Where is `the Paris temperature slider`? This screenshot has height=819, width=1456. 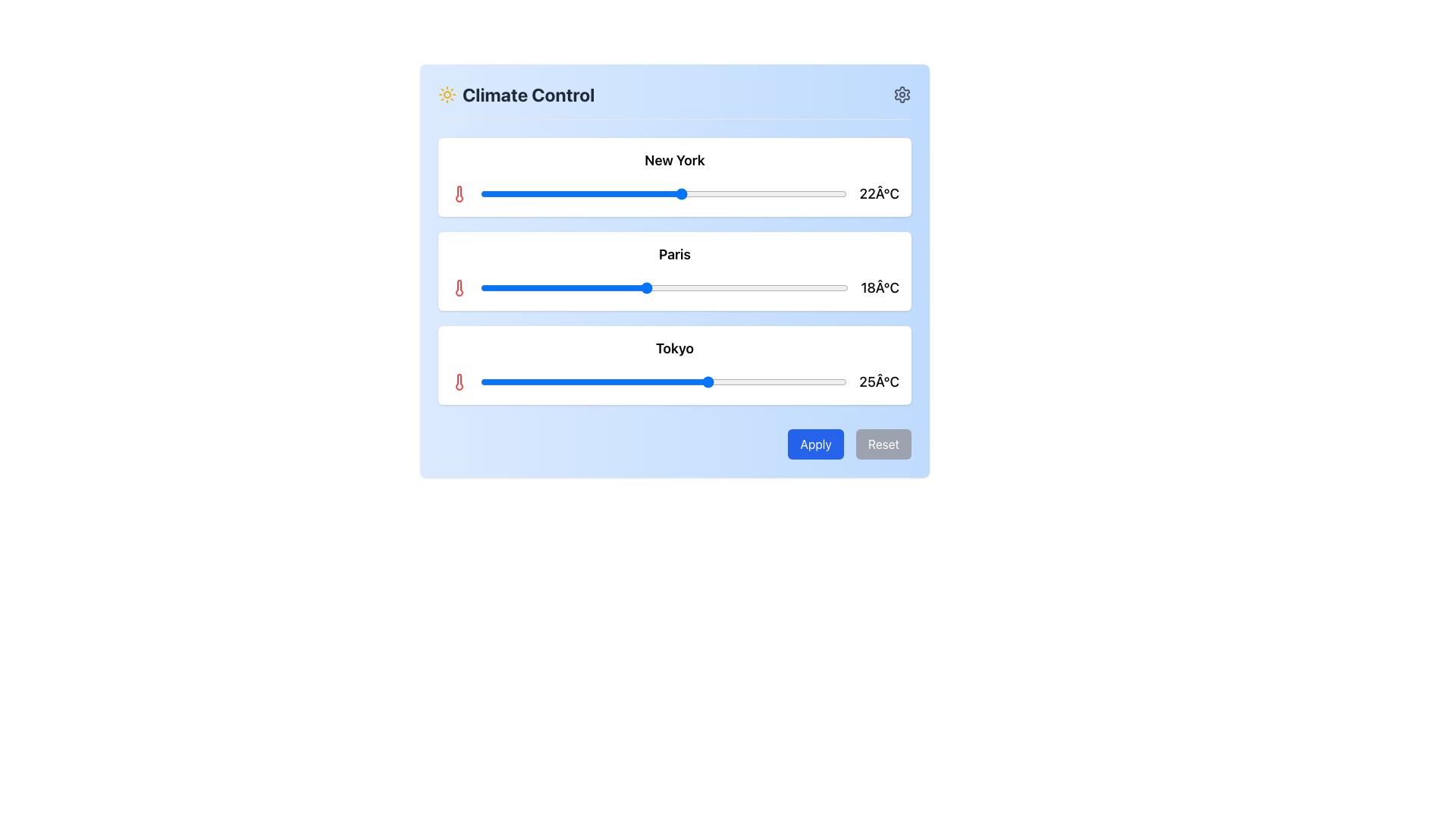 the Paris temperature slider is located at coordinates (838, 288).